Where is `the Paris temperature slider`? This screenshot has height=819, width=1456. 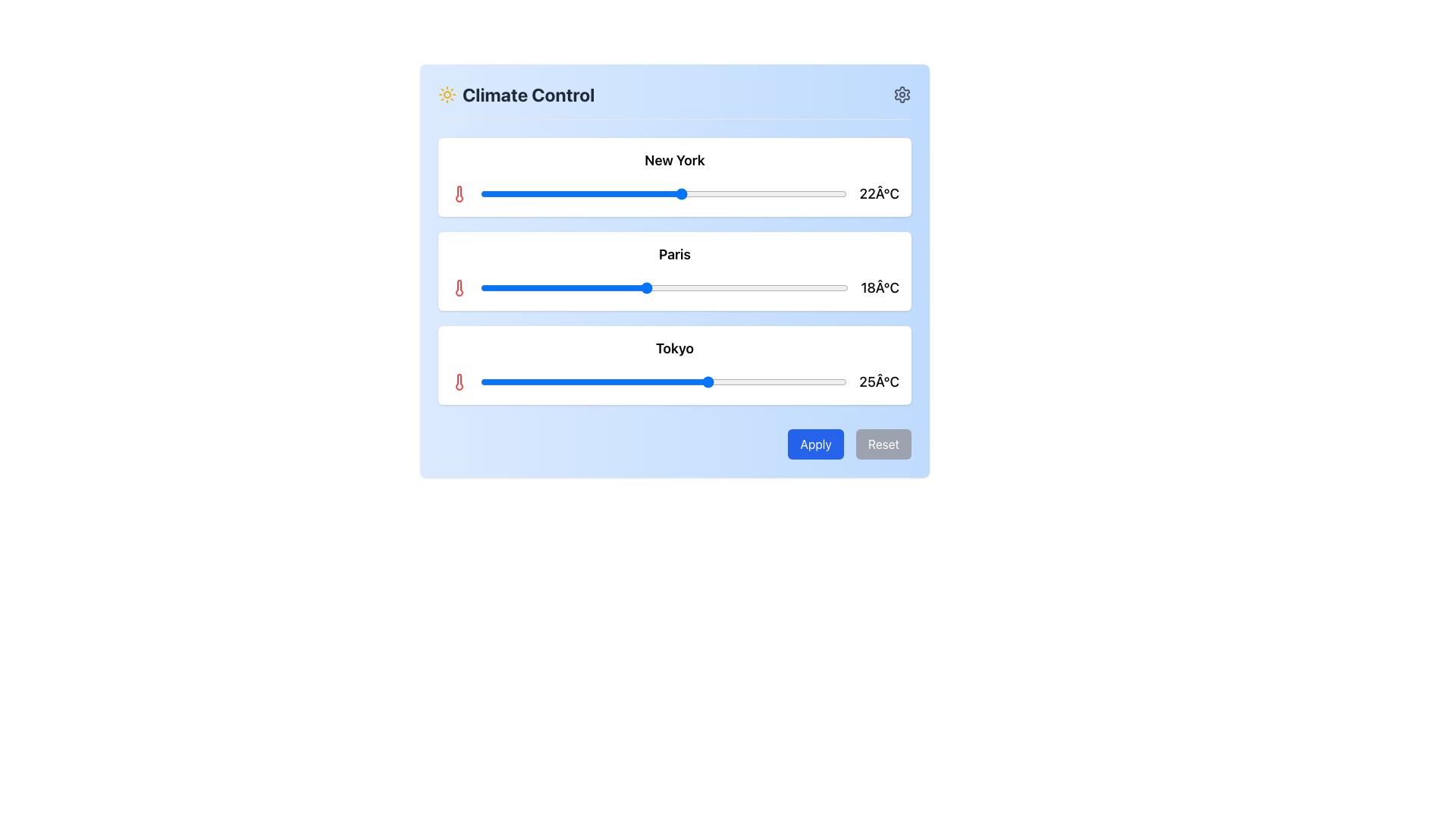 the Paris temperature slider is located at coordinates (838, 288).